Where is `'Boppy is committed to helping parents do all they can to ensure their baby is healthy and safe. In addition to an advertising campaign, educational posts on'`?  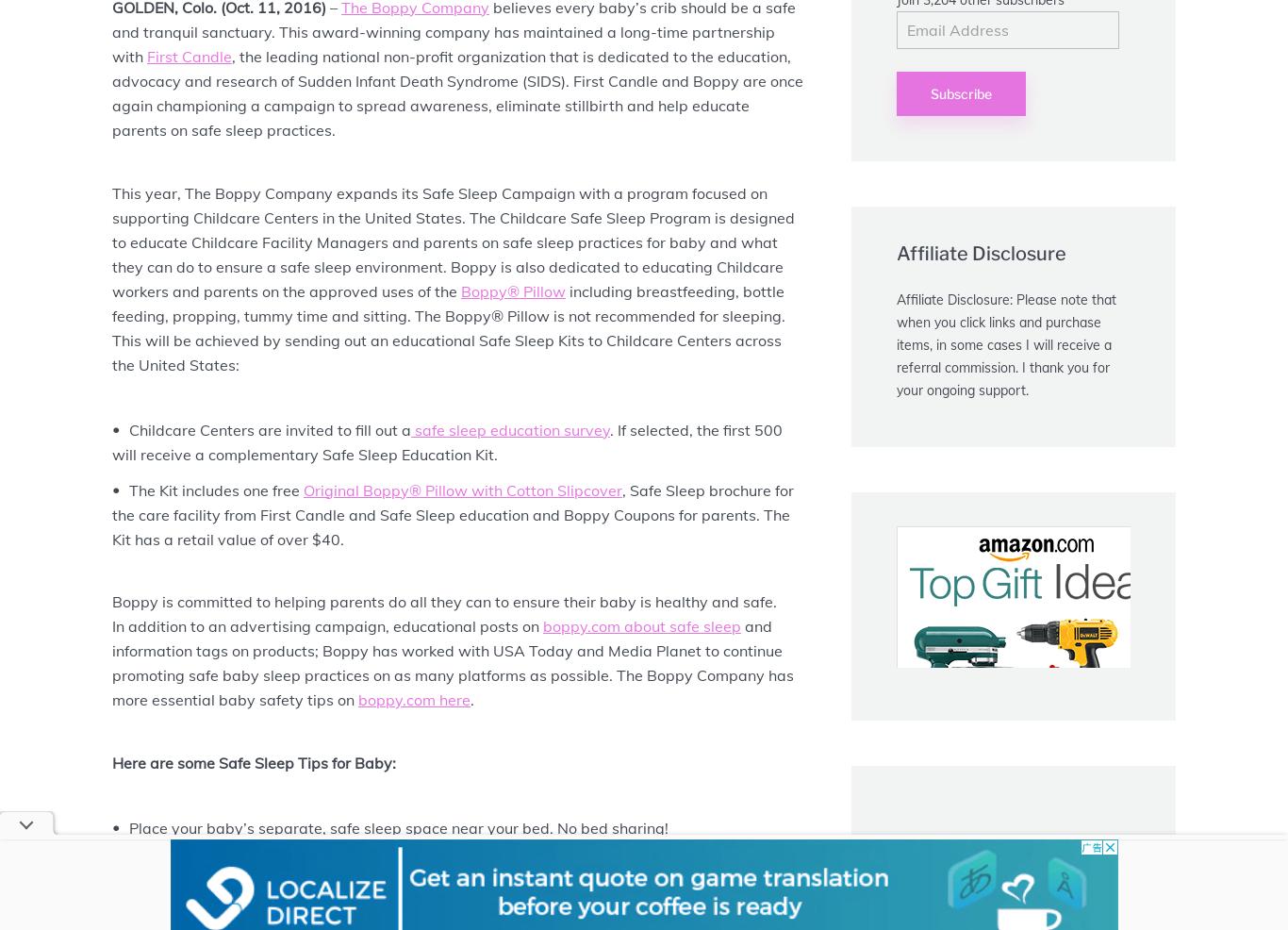
'Boppy is committed to helping parents do all they can to ensure their baby is healthy and safe. In addition to an advertising campaign, educational posts on' is located at coordinates (110, 613).